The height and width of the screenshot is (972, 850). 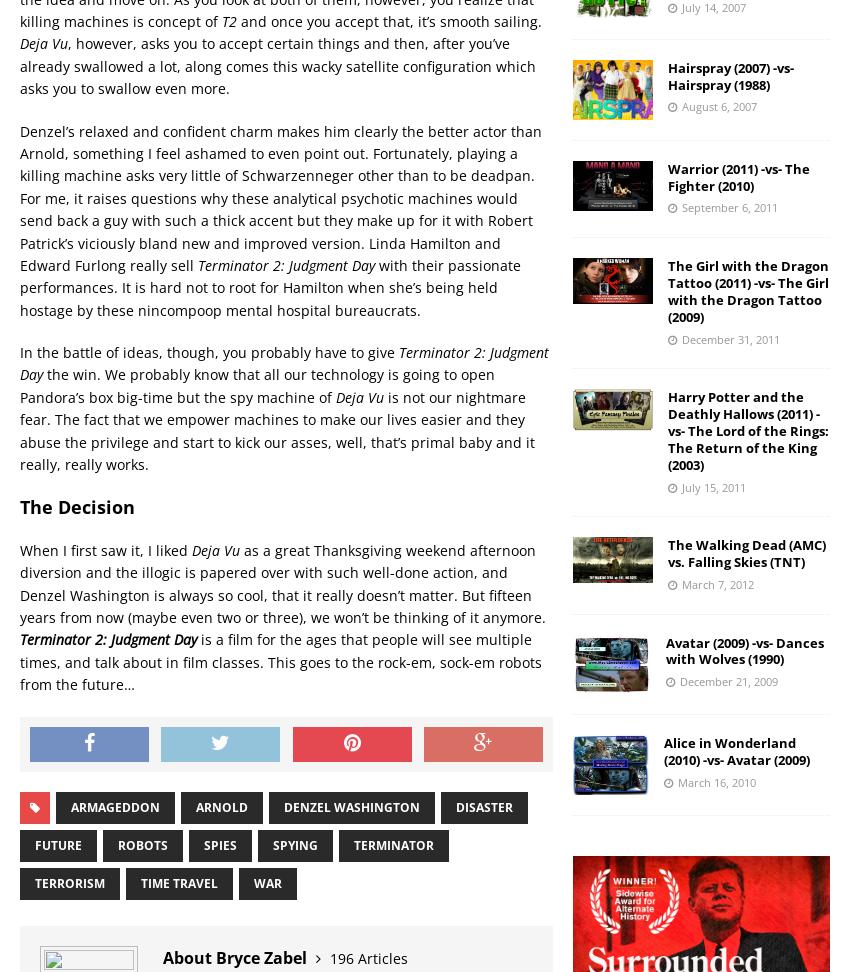 What do you see at coordinates (718, 105) in the screenshot?
I see `'August 6, 2007'` at bounding box center [718, 105].